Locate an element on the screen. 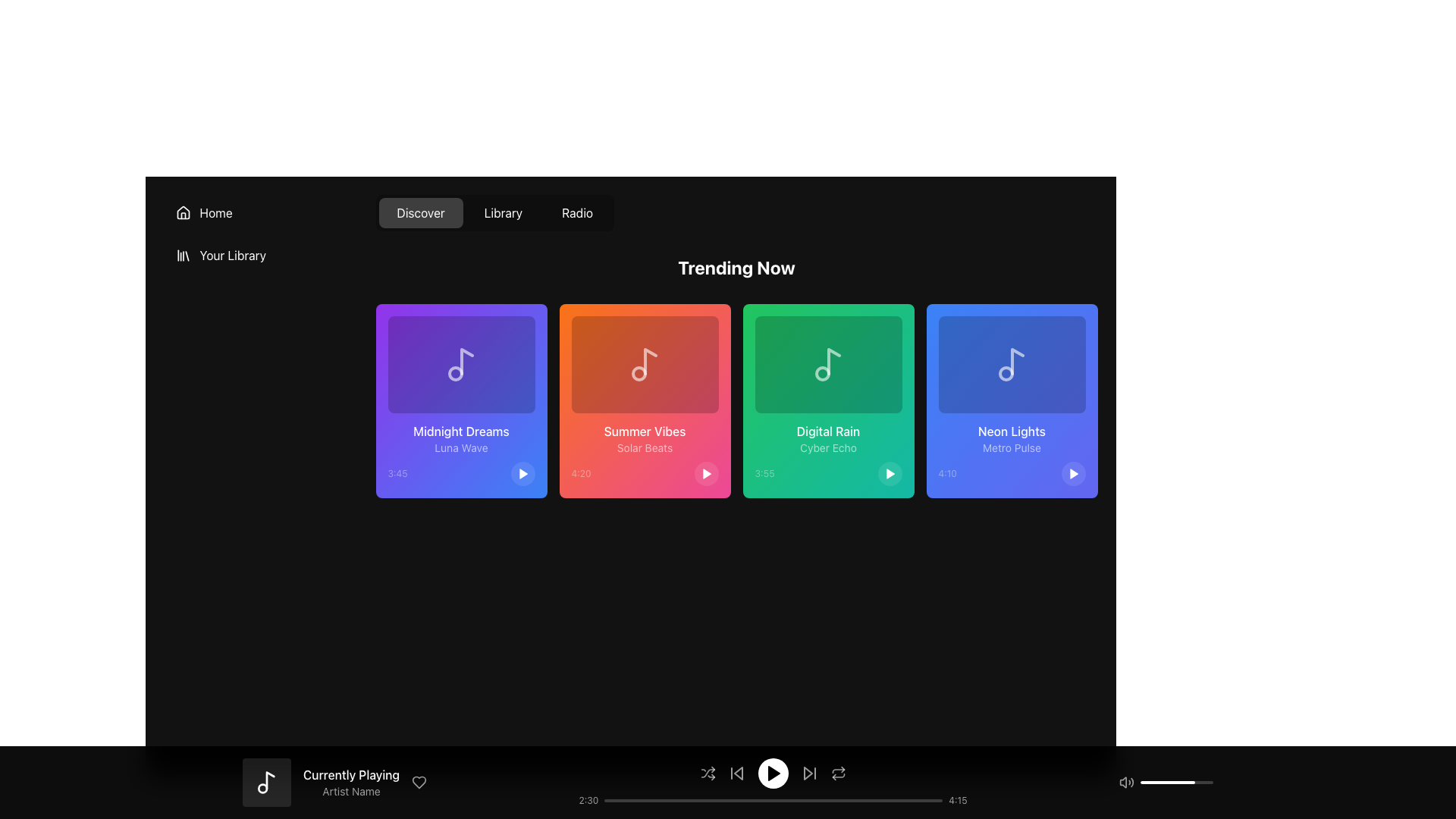 The width and height of the screenshot is (1456, 819). the second button from the left at the top of the central panel is located at coordinates (494, 213).